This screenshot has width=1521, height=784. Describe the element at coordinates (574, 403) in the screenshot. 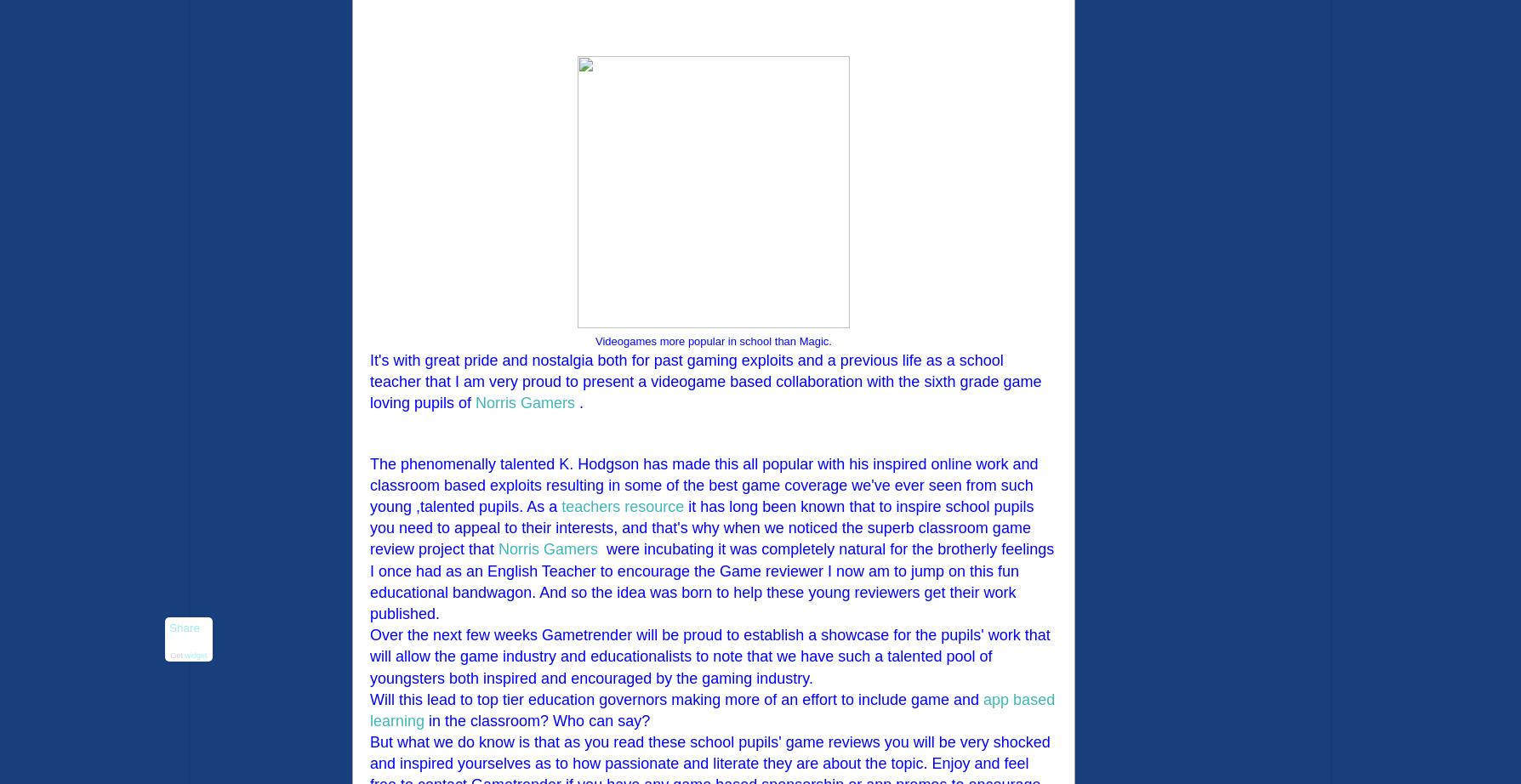

I see `'.'` at that location.